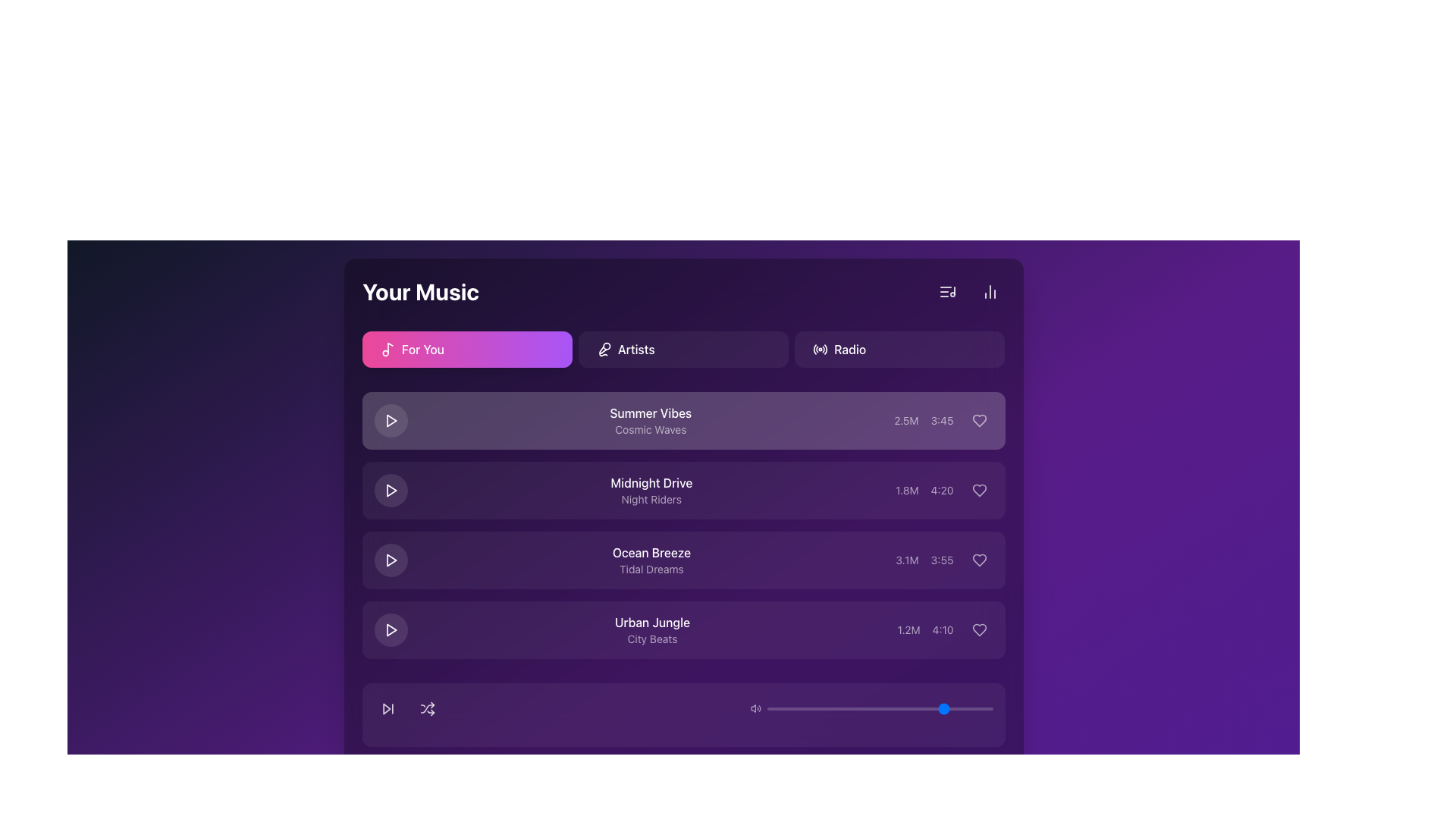  What do you see at coordinates (391, 421) in the screenshot?
I see `the play button for the track 'Summer Vibes' by 'Cosmic Waves'` at bounding box center [391, 421].